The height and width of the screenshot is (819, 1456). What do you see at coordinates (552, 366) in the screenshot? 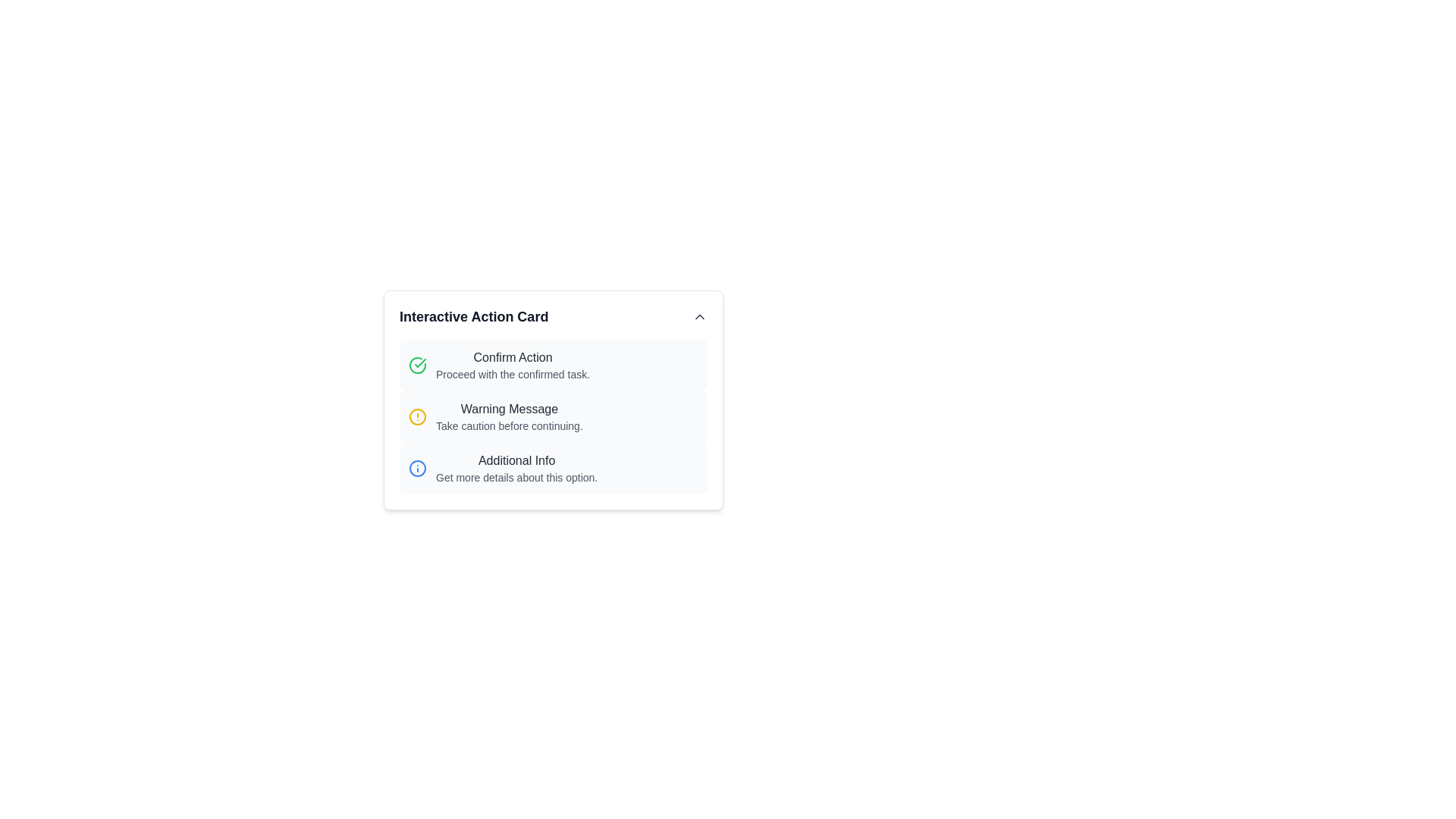
I see `the topmost clickable card or list item in the vertically stacked list` at bounding box center [552, 366].